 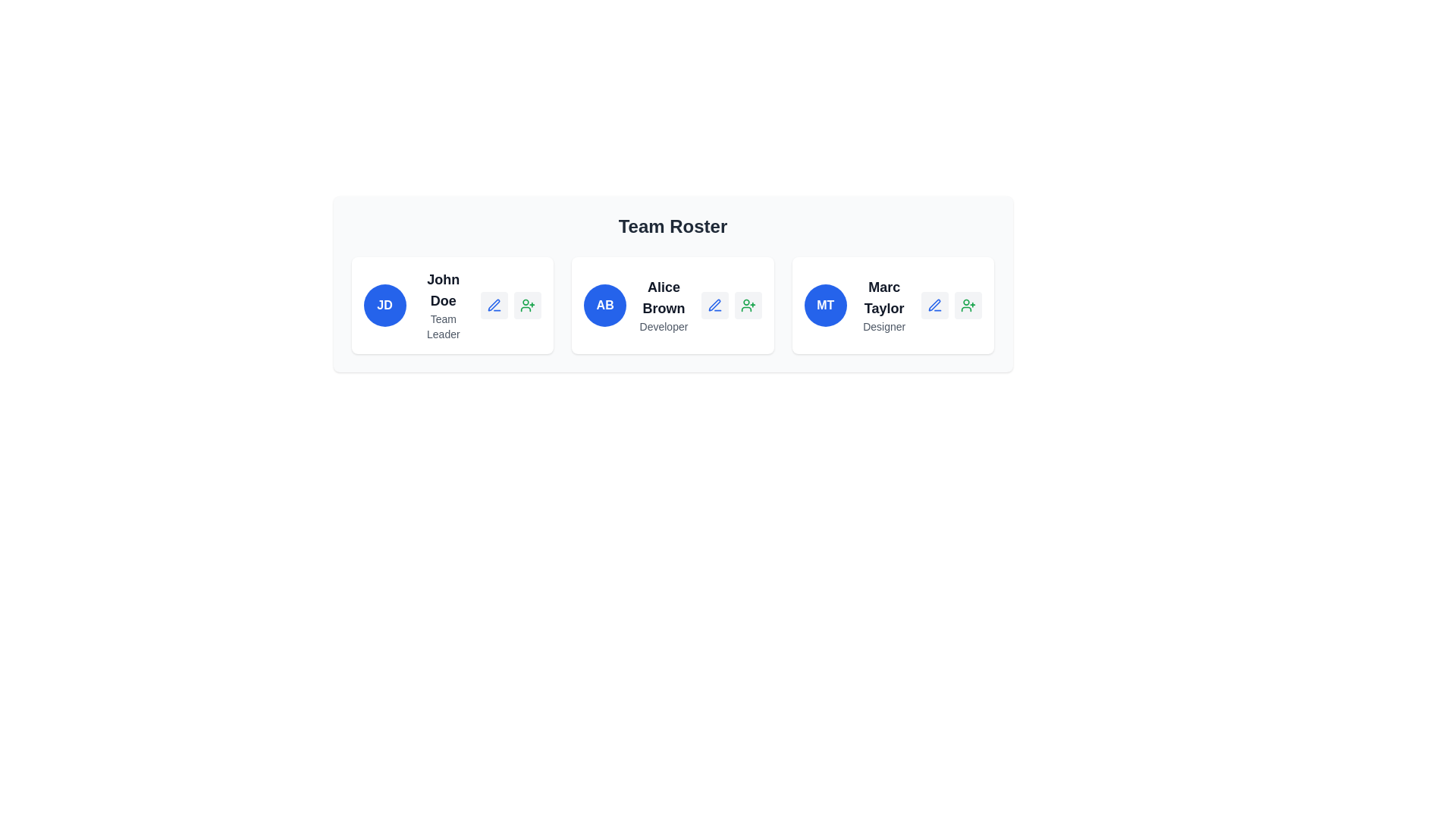 What do you see at coordinates (893, 305) in the screenshot?
I see `the add icon on the interactive profile card for Marc Taylor, which is the third card in the 'Team Roster' section` at bounding box center [893, 305].